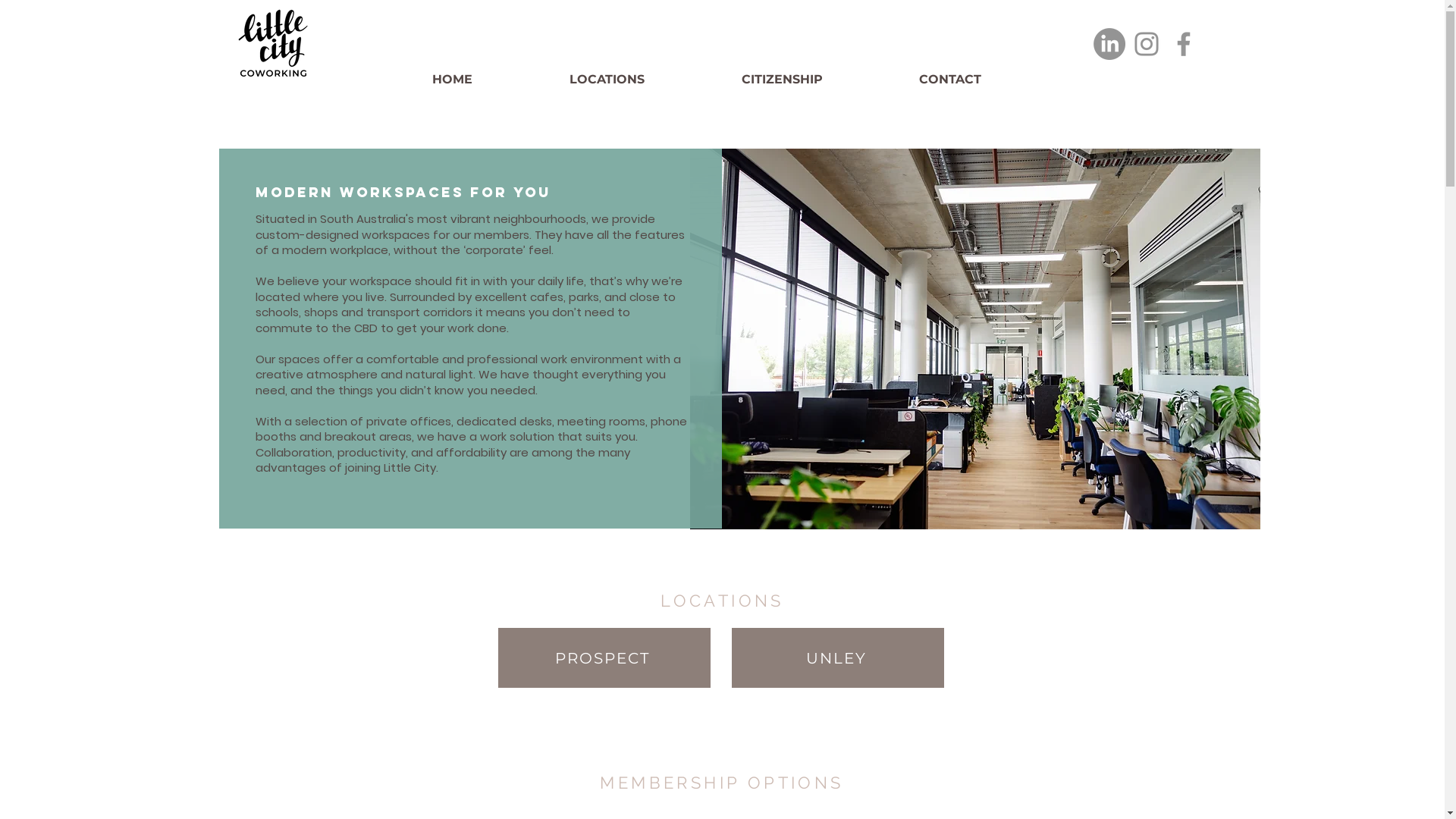 The image size is (1456, 819). I want to click on 'HOME', so click(425, 79).